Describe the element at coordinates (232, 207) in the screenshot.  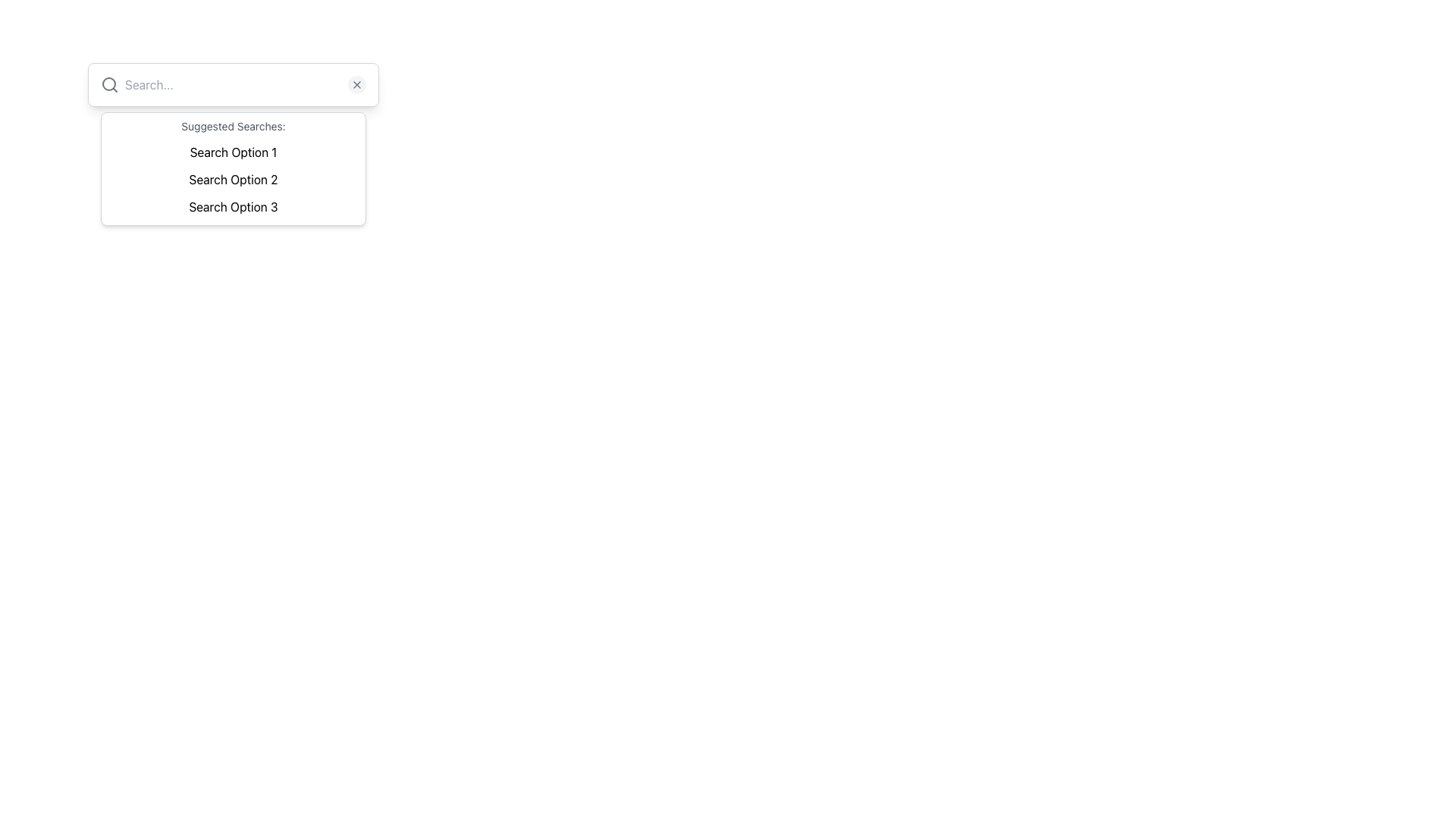
I see `the list item displaying the text 'Search Option 3'` at that location.